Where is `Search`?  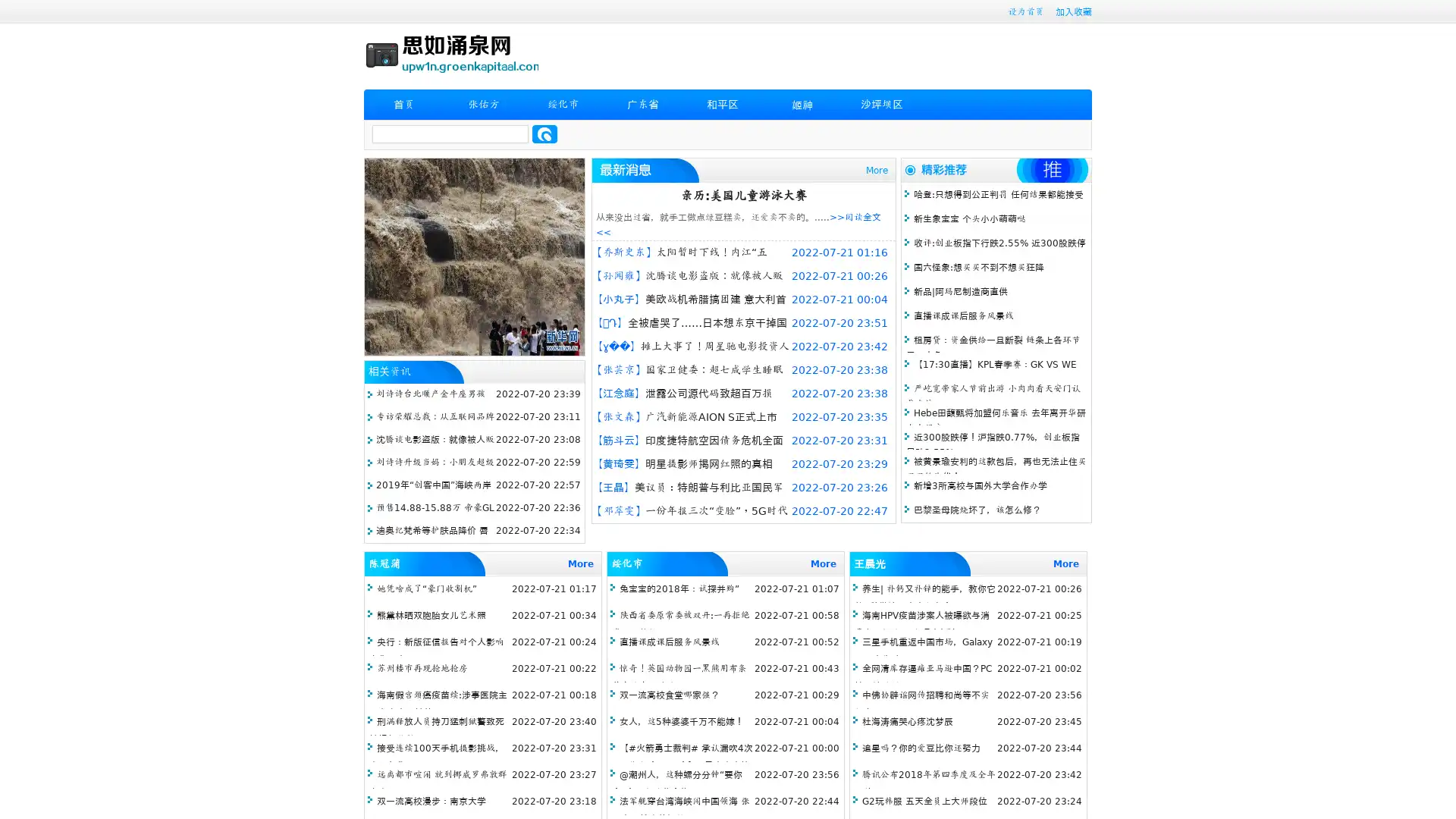
Search is located at coordinates (544, 133).